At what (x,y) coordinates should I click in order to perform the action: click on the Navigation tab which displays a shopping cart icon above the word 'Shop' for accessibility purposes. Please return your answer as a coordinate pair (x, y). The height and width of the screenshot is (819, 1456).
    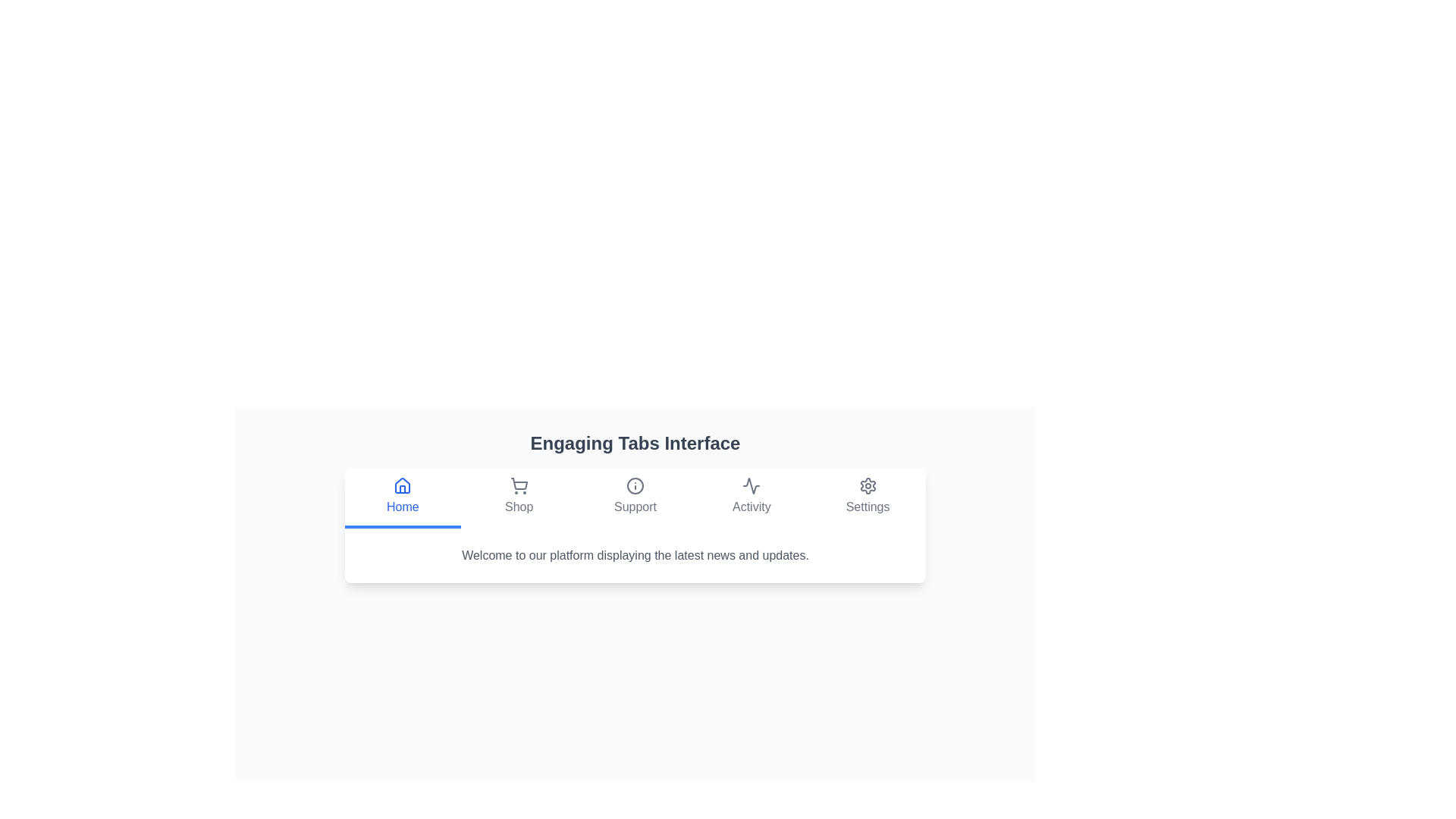
    Looking at the image, I should click on (519, 497).